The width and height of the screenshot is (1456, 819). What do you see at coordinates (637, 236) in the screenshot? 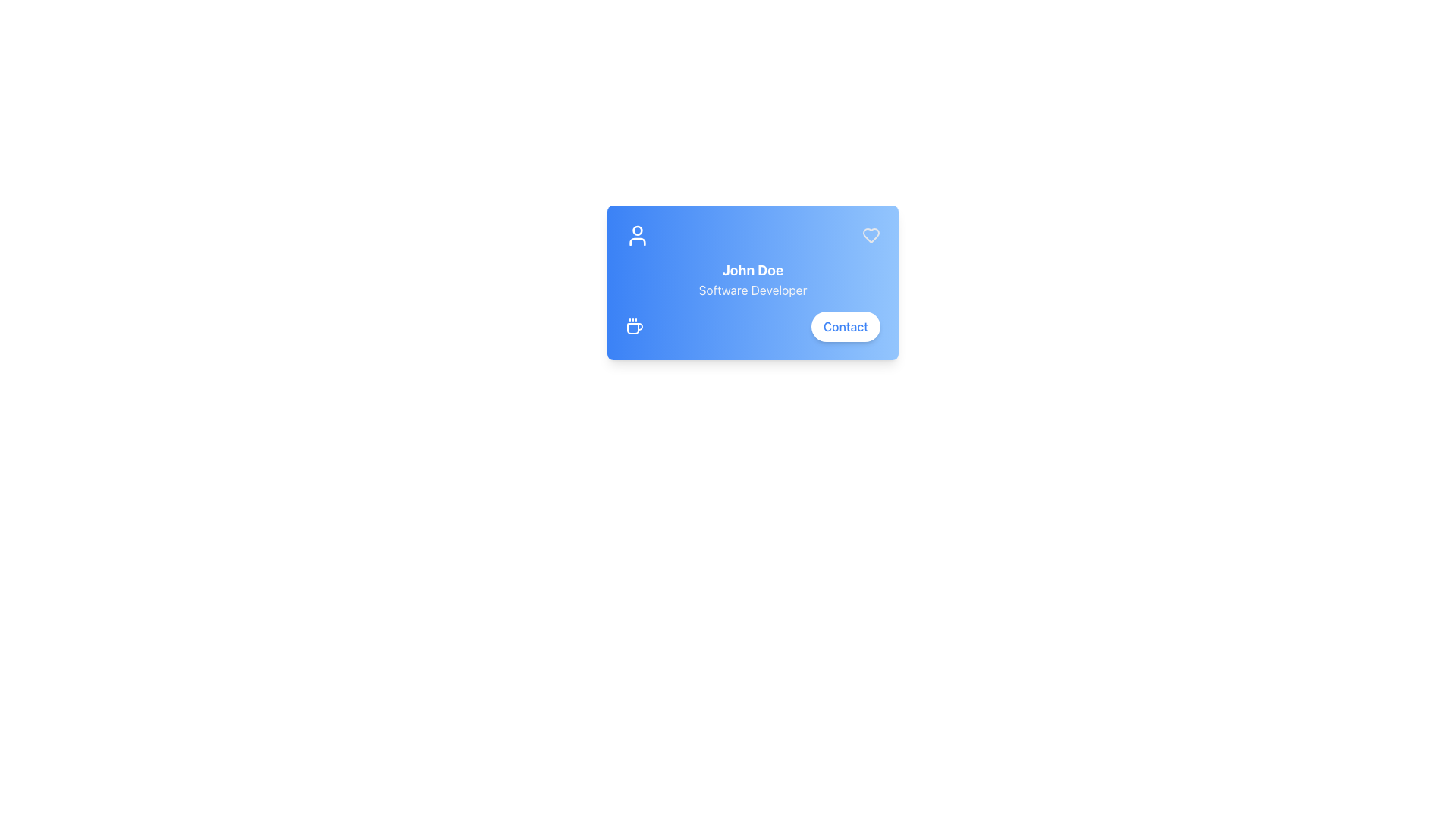
I see `the user profile icon located at the upper left corner of the user information card, which serves as a visual representation of the user profile` at bounding box center [637, 236].